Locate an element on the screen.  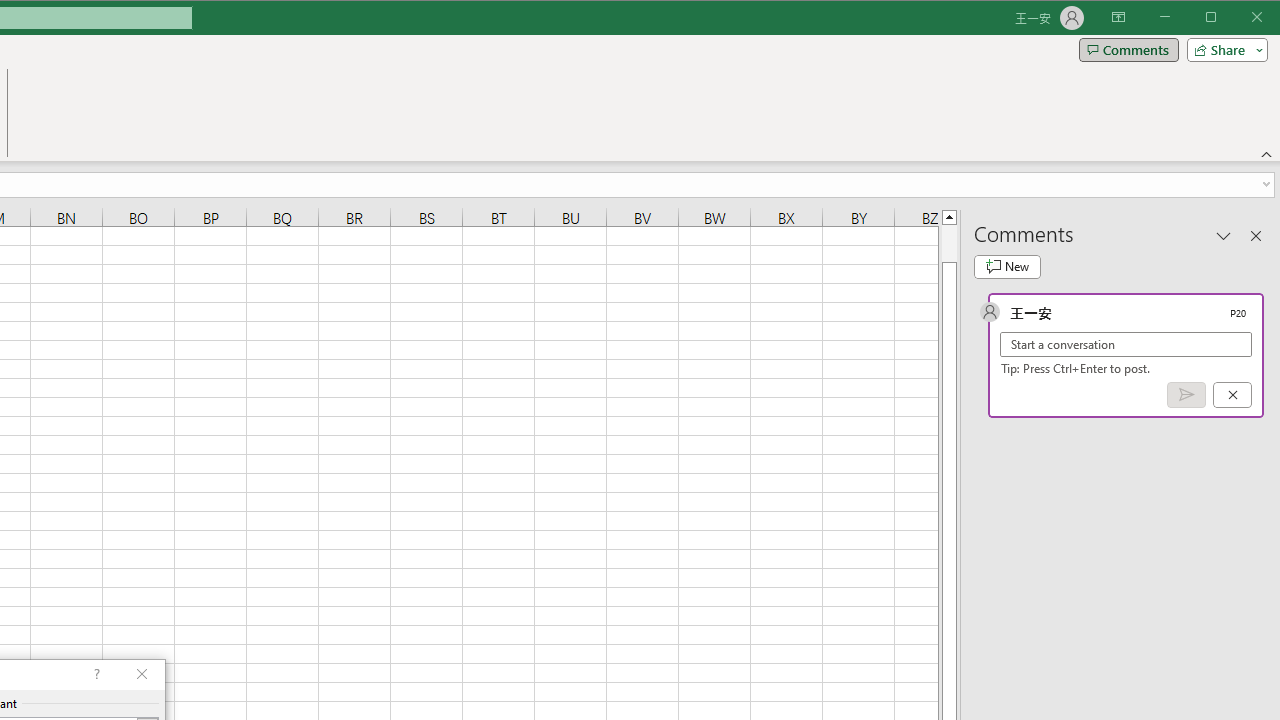
'Share' is located at coordinates (1222, 49).